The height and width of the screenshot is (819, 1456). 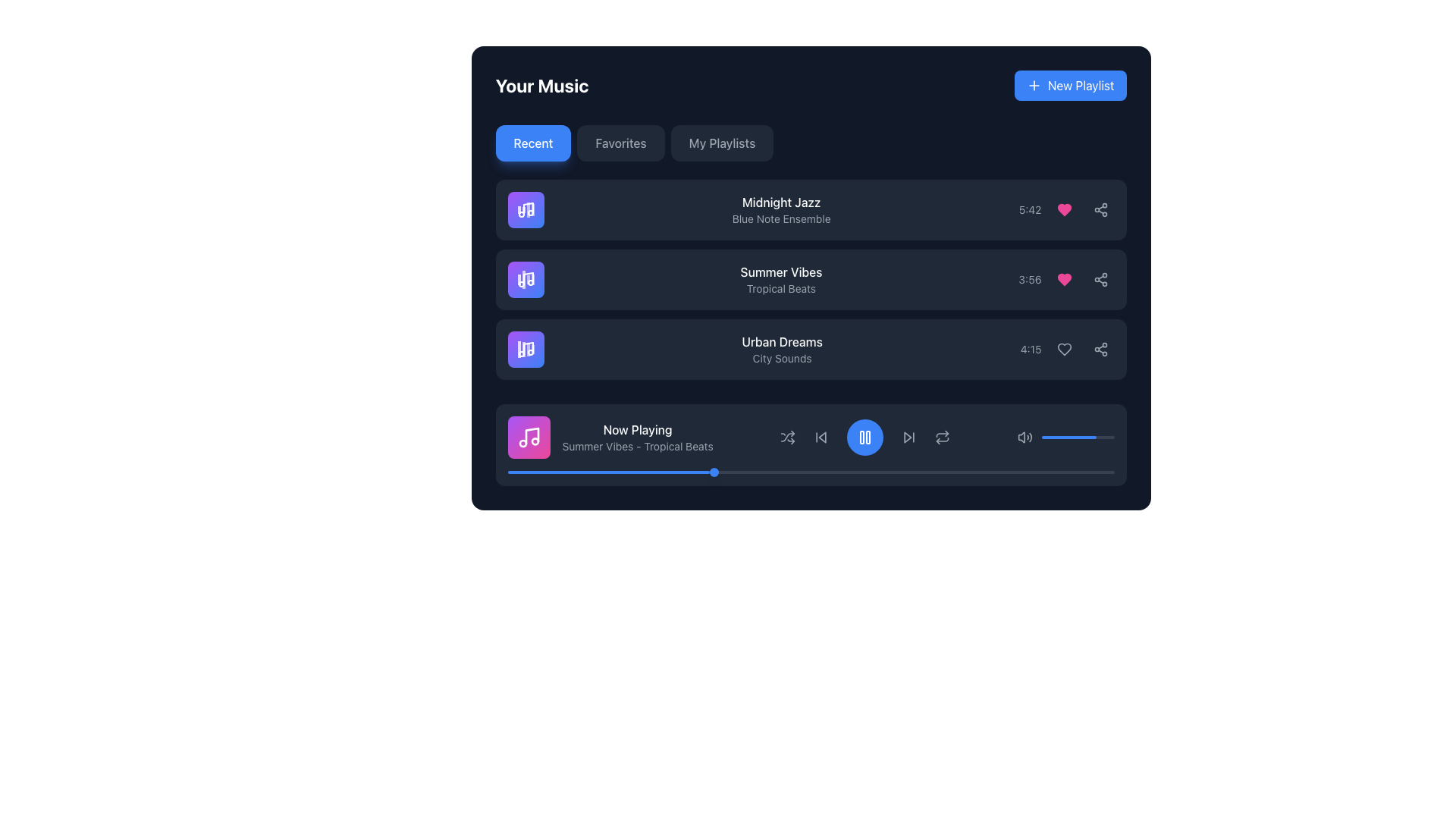 What do you see at coordinates (1063, 280) in the screenshot?
I see `the favorite icon located in the third row, adjacent to 'Summer Vibes - Tropical Beats' and the time indicator (3:56)` at bounding box center [1063, 280].